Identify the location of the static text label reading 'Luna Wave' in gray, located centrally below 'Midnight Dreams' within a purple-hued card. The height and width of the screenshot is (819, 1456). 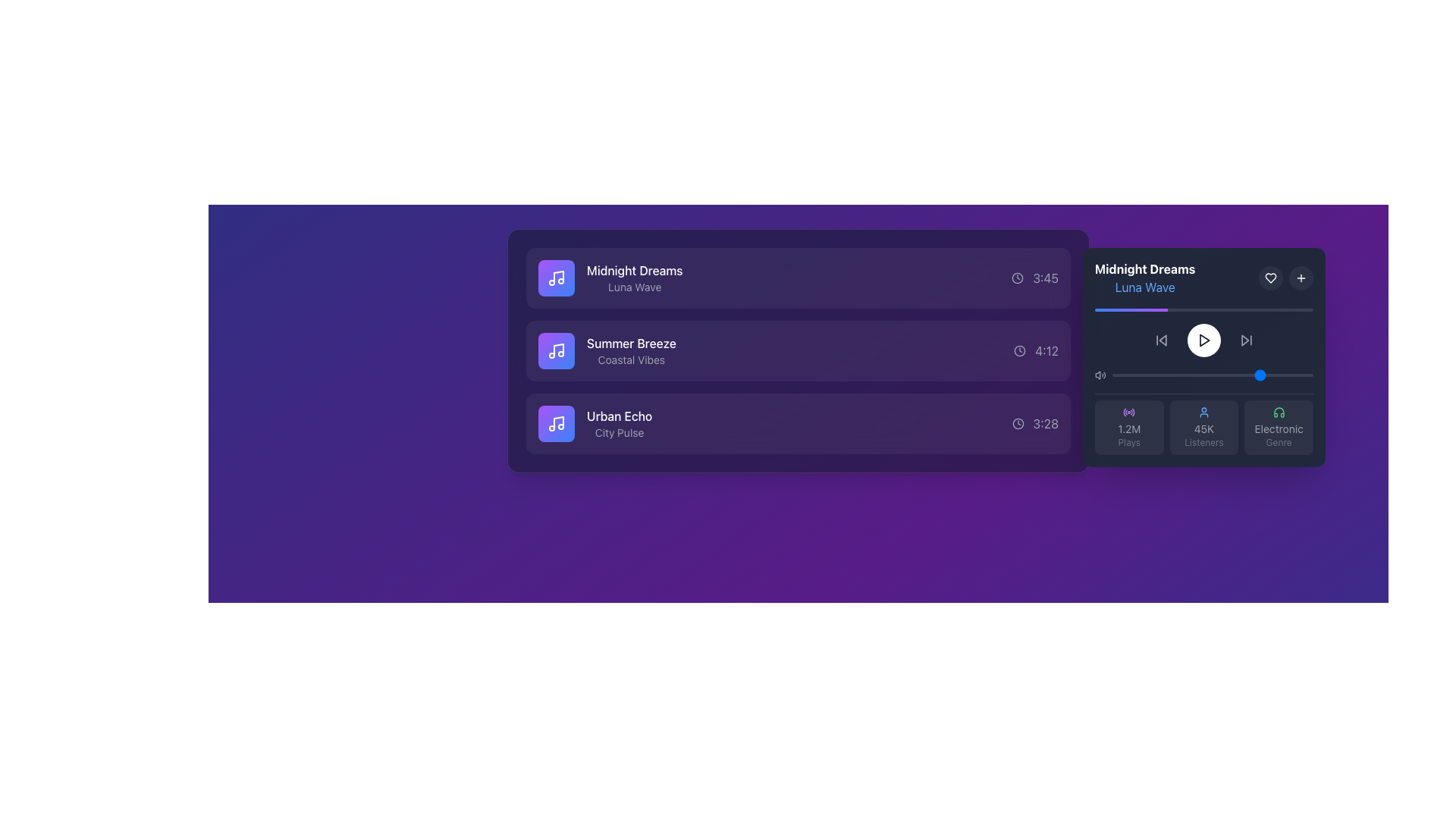
(635, 287).